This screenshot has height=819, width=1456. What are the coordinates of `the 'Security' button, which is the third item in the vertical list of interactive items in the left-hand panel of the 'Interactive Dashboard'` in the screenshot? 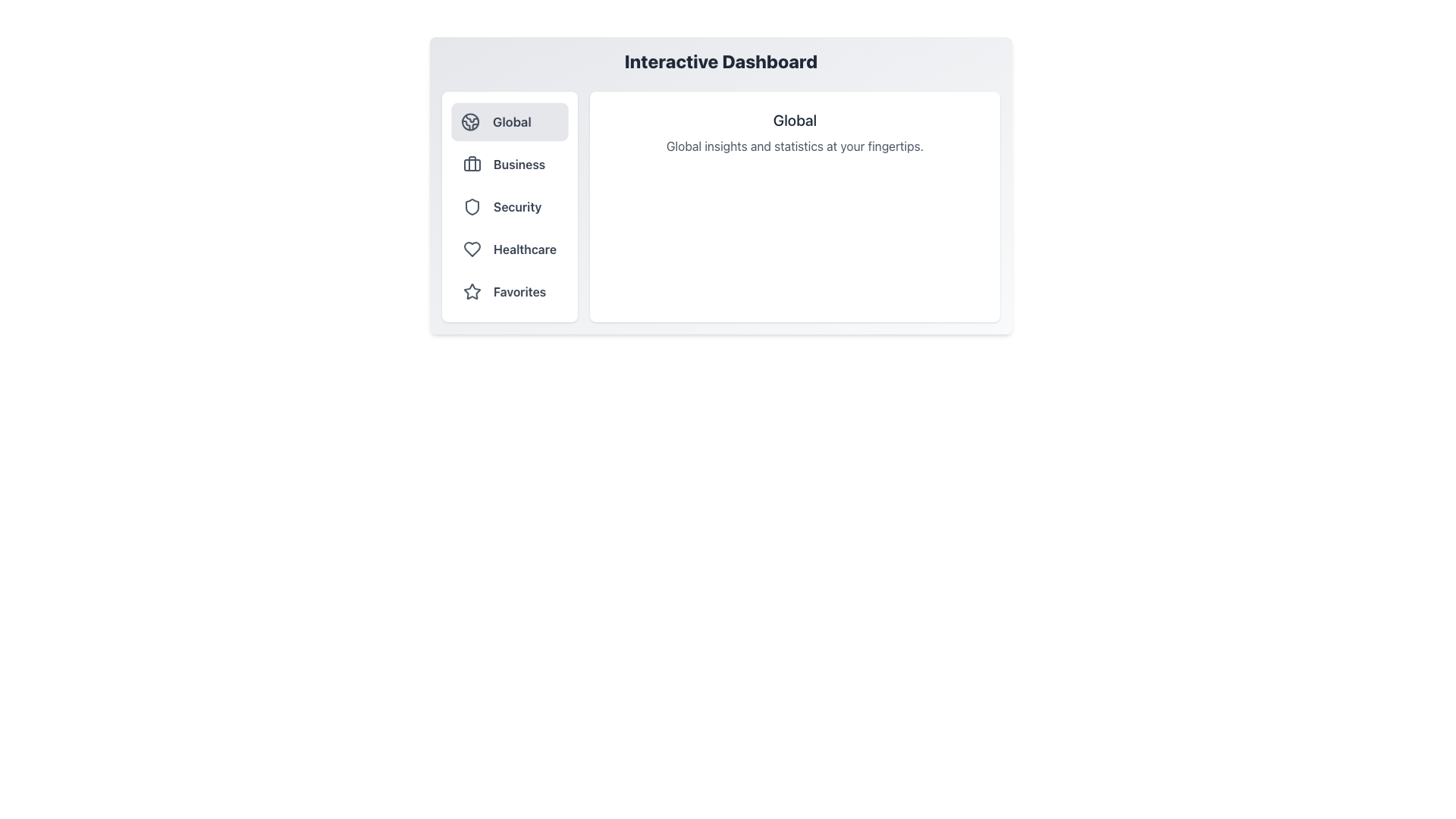 It's located at (510, 207).